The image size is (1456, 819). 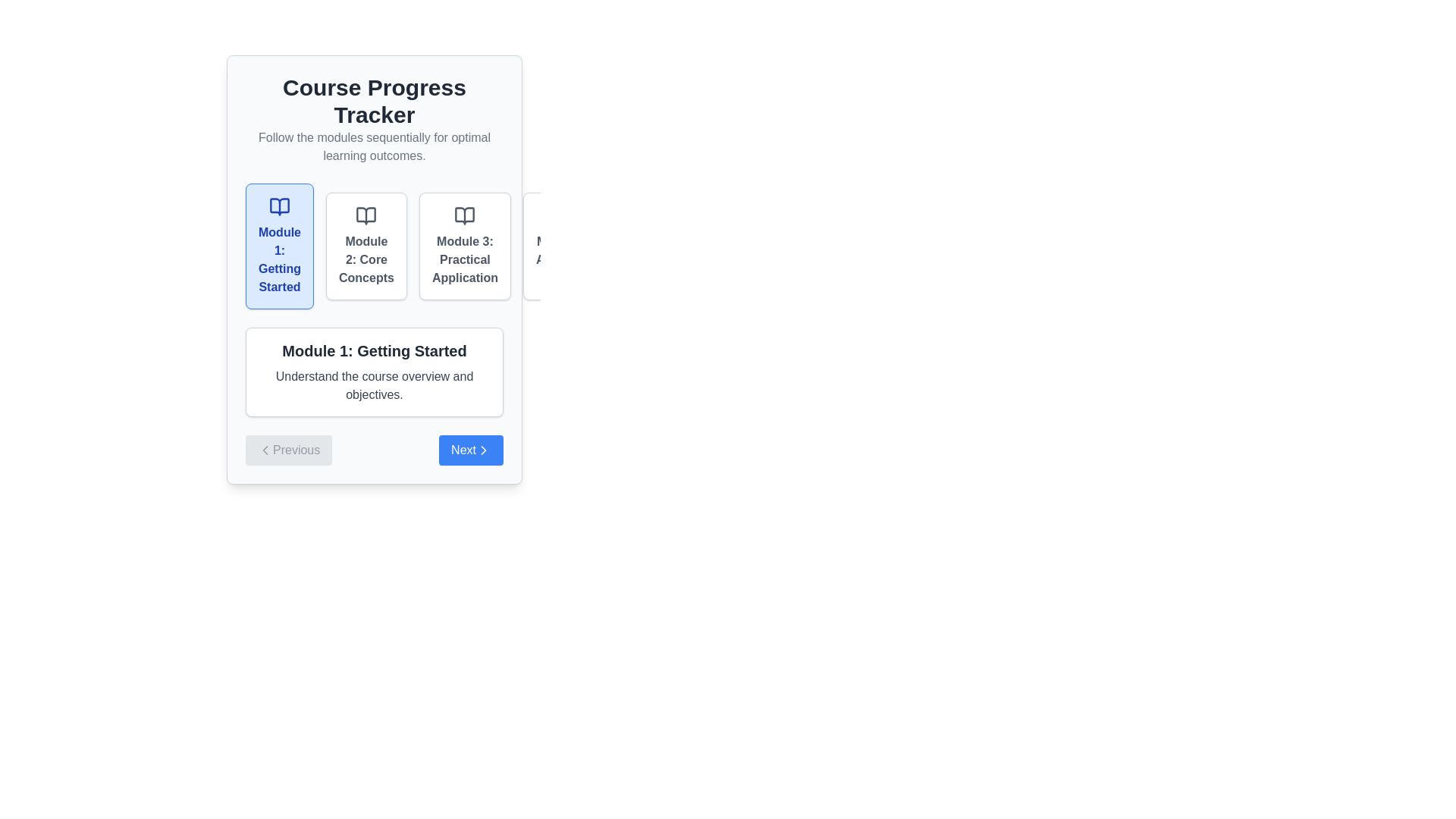 What do you see at coordinates (280, 207) in the screenshot?
I see `the icon depicting an open book located within the 'Module 1: Getting Started' button to trigger tooltip or visual feedback` at bounding box center [280, 207].